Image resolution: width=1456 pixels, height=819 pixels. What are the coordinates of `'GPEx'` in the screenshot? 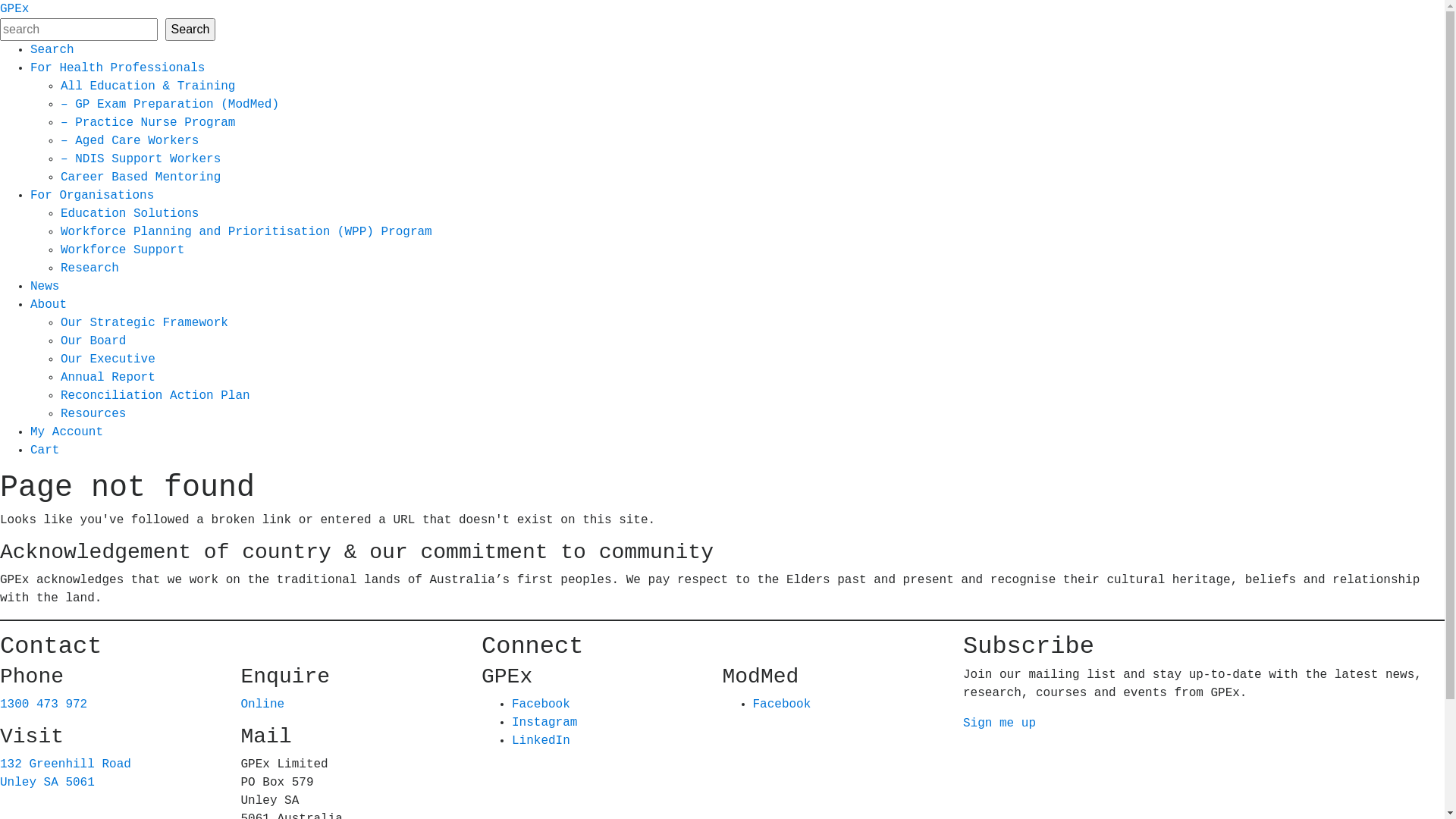 It's located at (14, 8).